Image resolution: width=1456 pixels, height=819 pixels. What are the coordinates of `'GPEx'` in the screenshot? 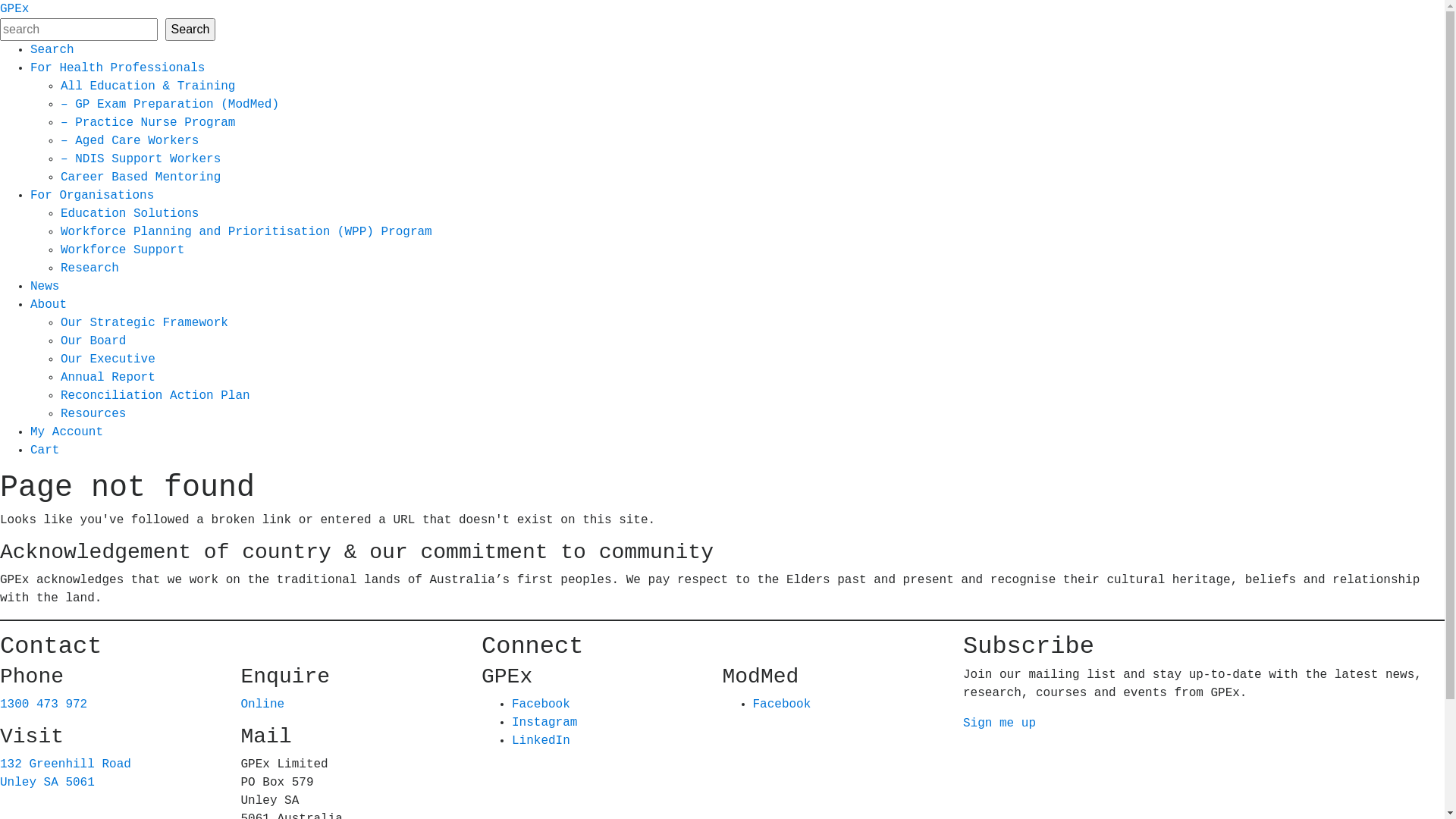 It's located at (14, 8).